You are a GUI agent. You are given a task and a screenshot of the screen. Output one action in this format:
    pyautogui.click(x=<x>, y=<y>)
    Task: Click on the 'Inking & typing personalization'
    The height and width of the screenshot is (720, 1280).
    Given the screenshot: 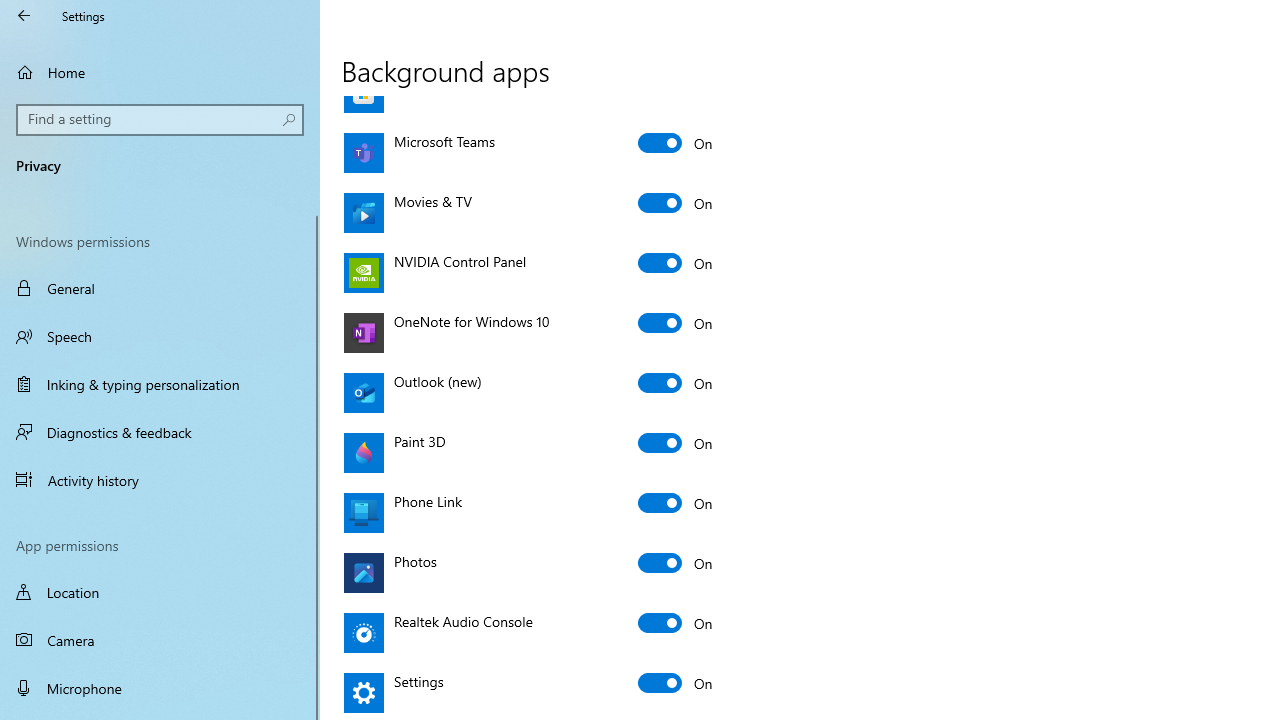 What is the action you would take?
    pyautogui.click(x=160, y=384)
    